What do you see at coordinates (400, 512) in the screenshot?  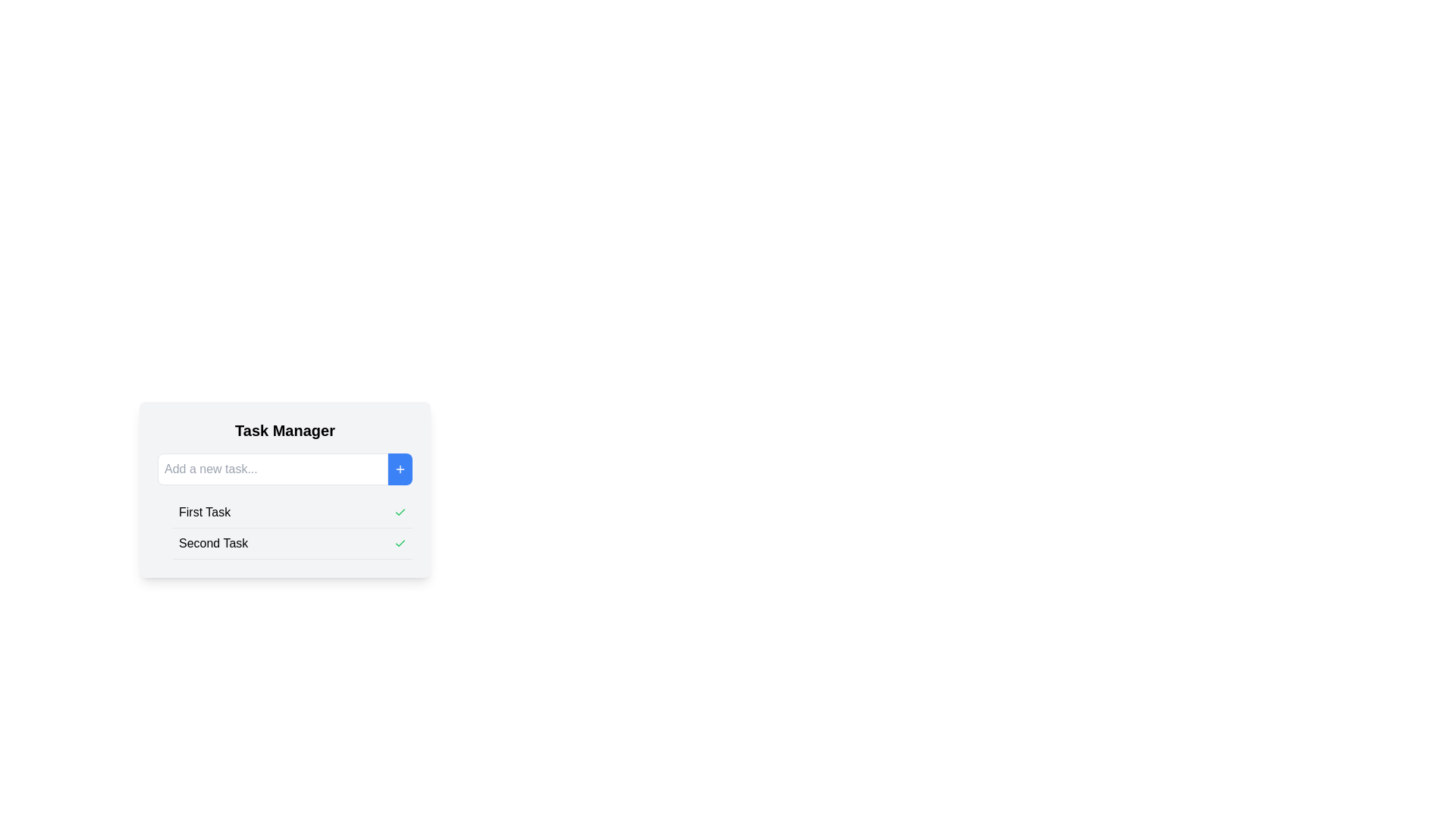 I see `the green checkmark icon` at bounding box center [400, 512].